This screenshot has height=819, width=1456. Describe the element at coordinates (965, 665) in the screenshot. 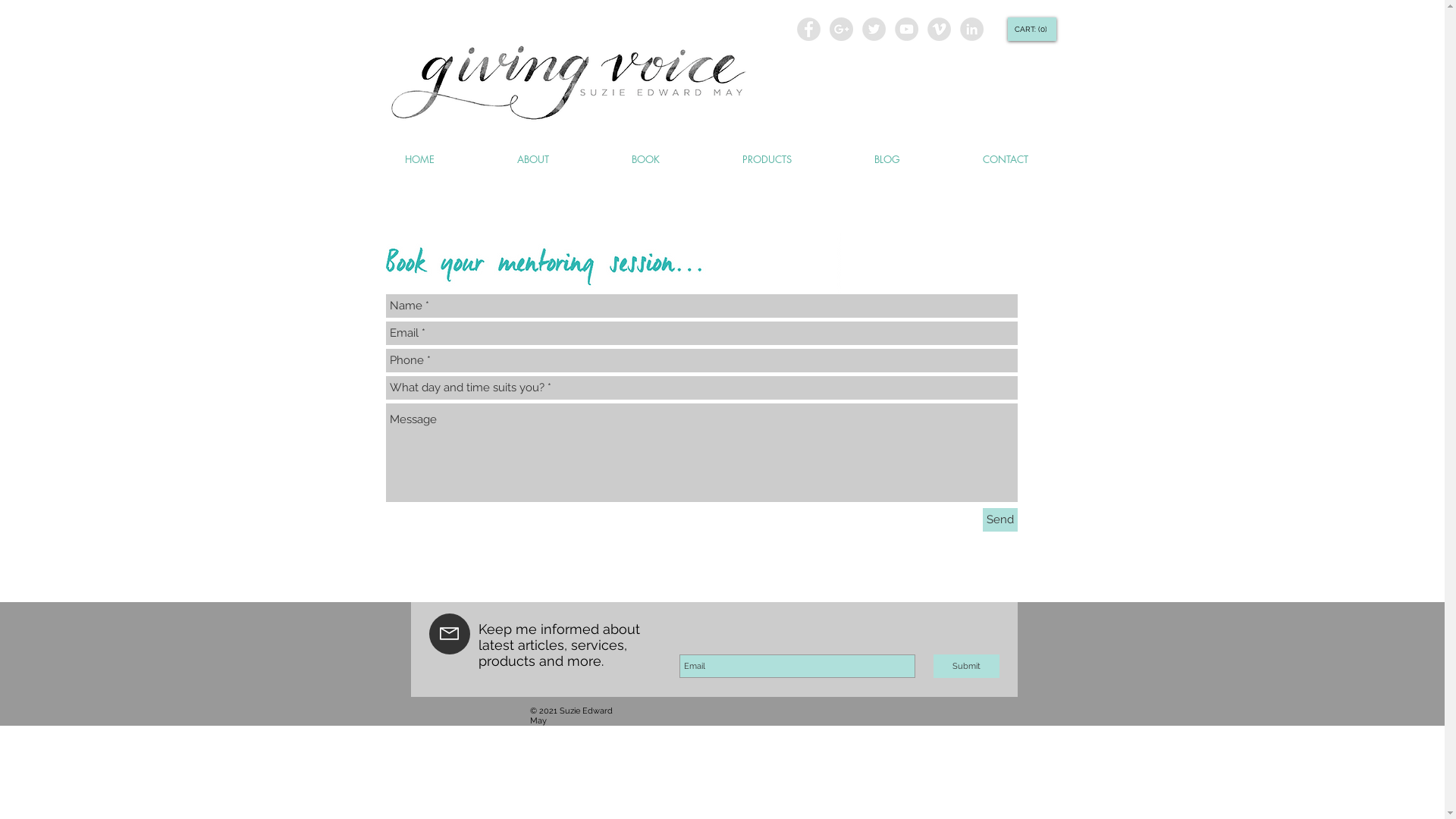

I see `'Submit'` at that location.